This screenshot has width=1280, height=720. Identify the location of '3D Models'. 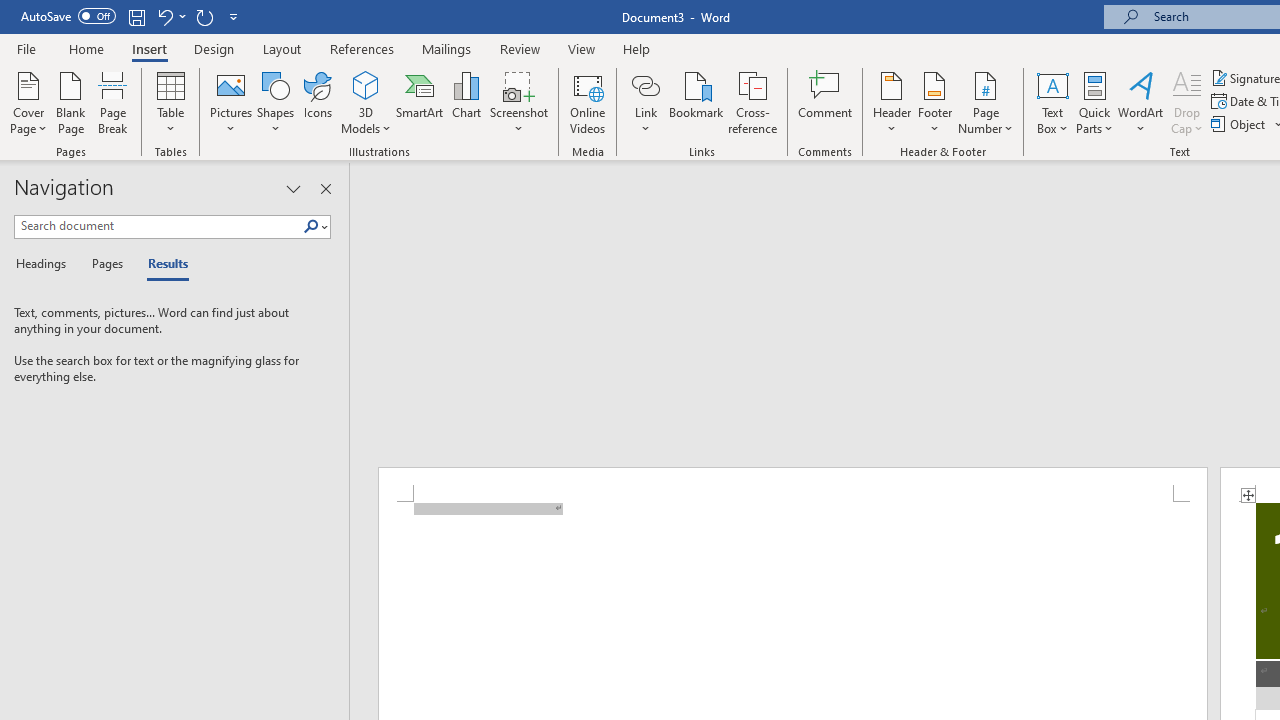
(366, 103).